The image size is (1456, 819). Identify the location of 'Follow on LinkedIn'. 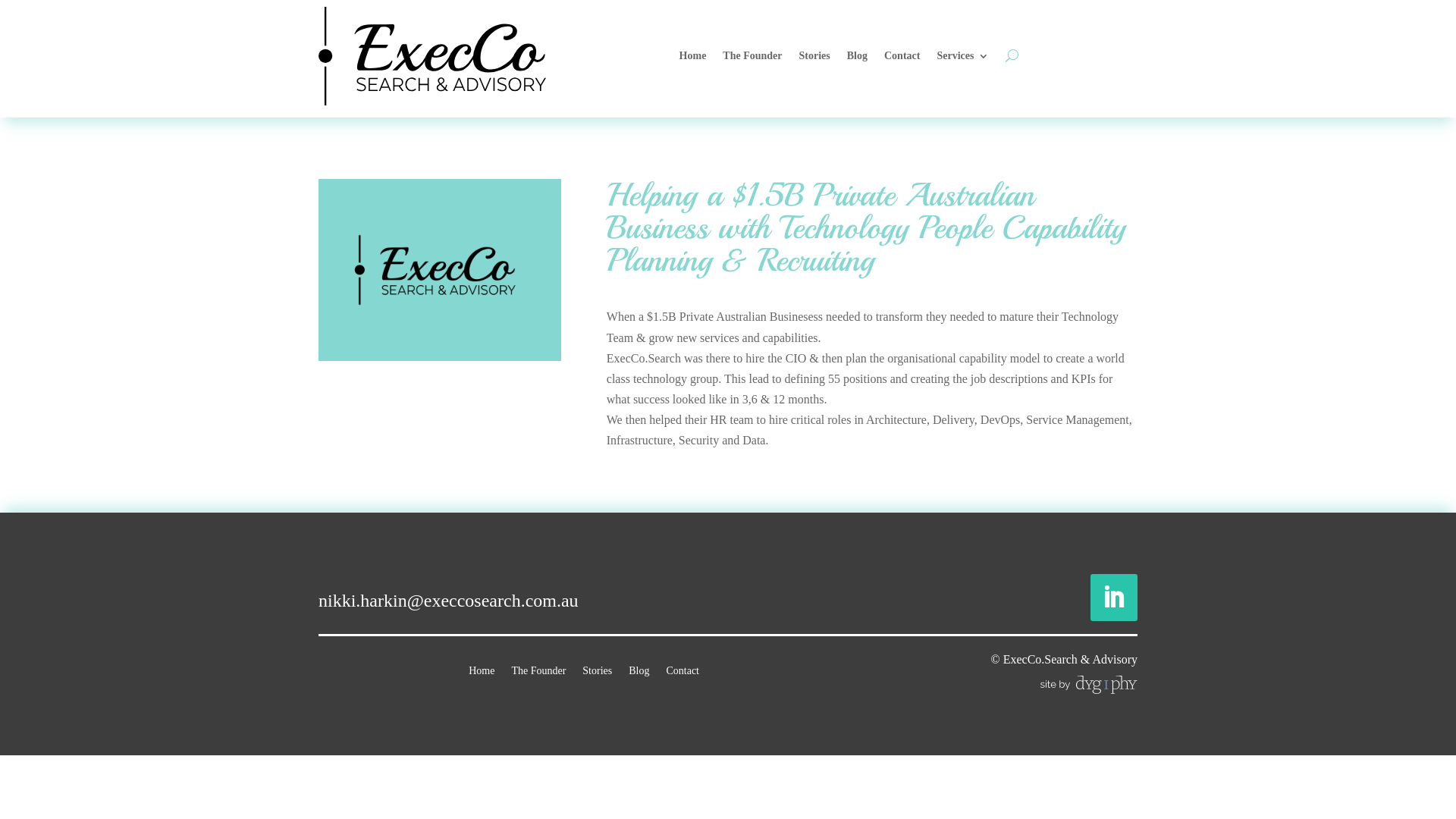
(1090, 596).